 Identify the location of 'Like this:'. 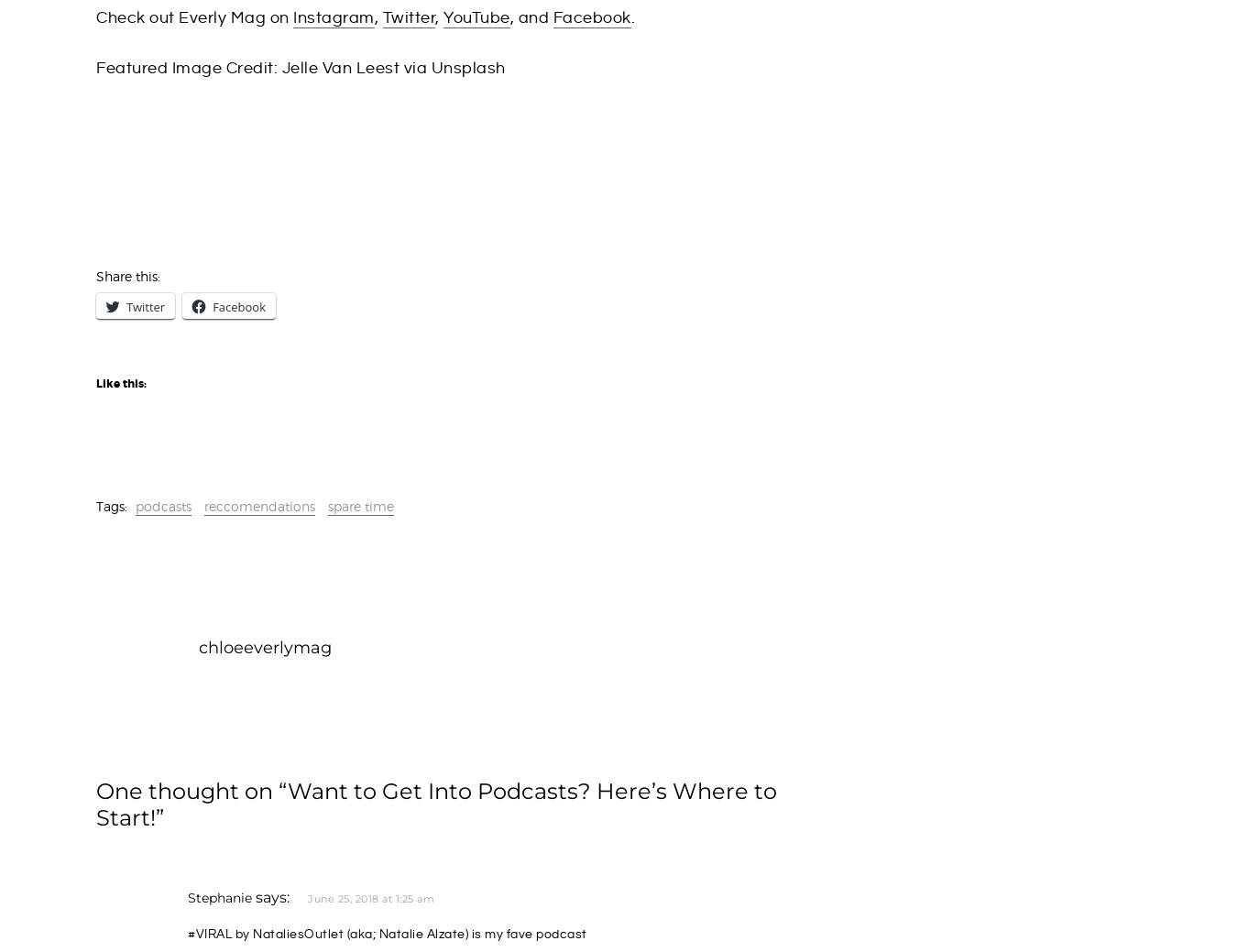
(95, 383).